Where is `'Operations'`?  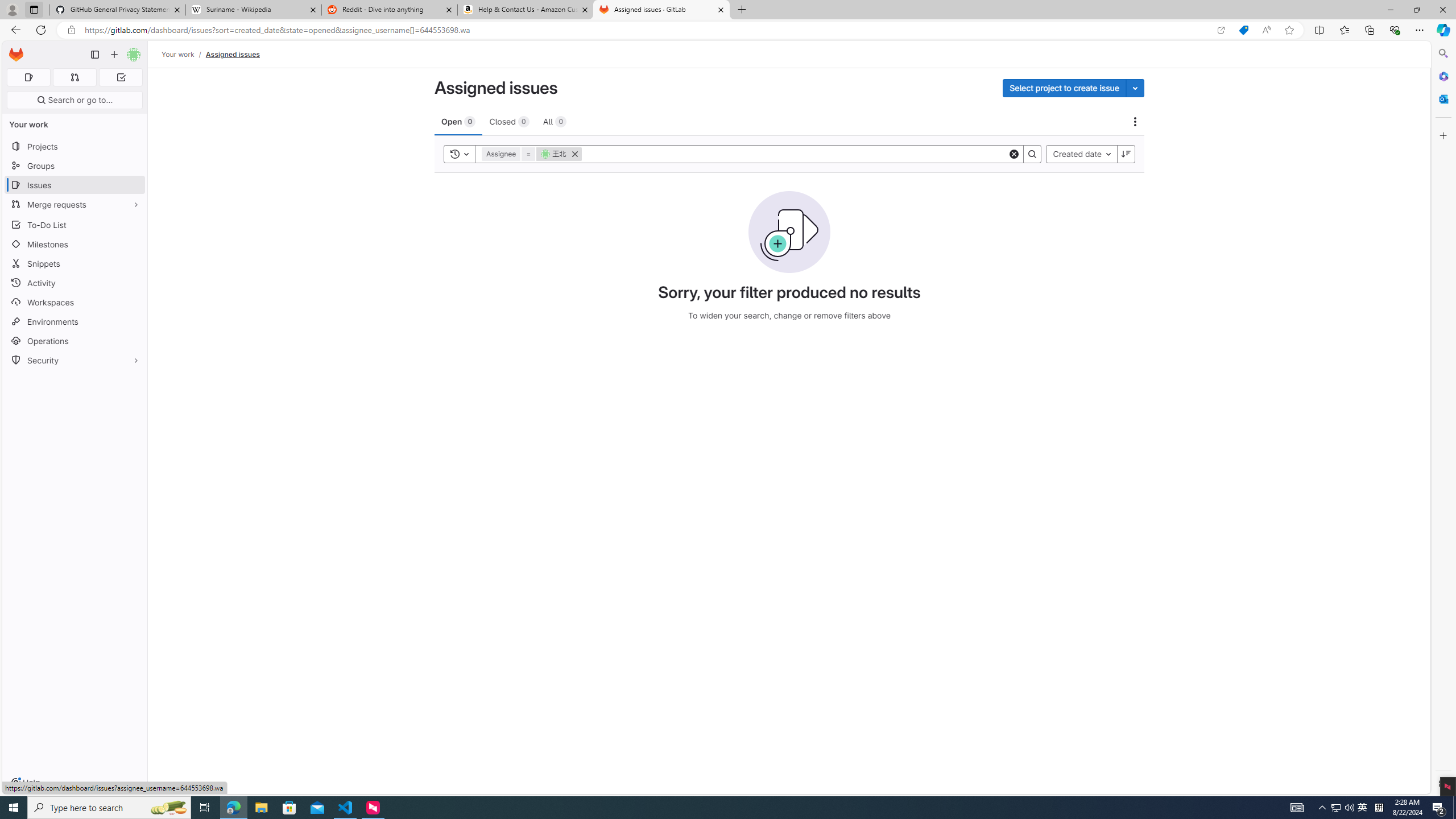
'Operations' is located at coordinates (74, 340).